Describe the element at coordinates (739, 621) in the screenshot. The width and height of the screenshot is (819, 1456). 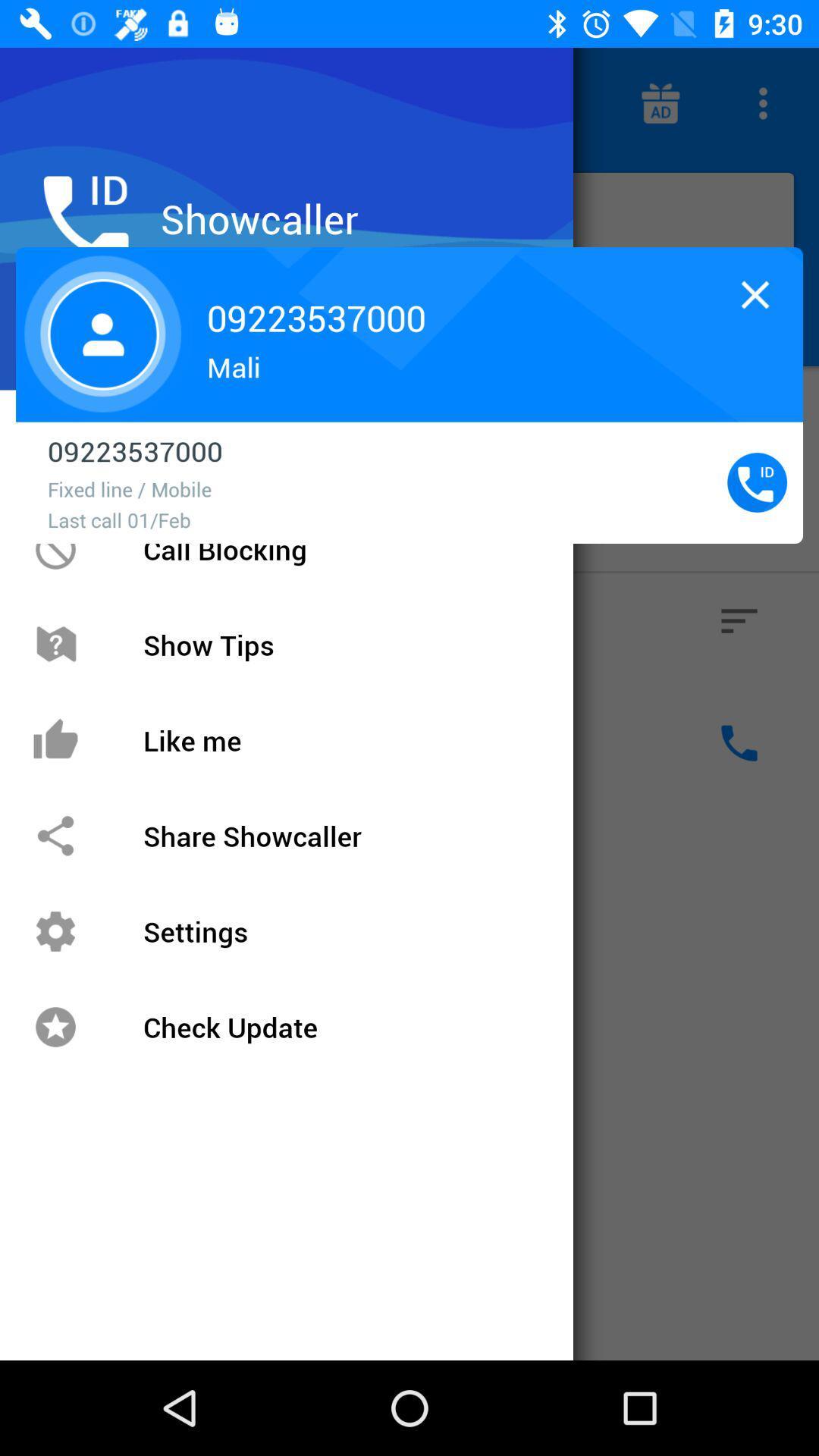
I see `the button below the caller id button on the web page` at that location.